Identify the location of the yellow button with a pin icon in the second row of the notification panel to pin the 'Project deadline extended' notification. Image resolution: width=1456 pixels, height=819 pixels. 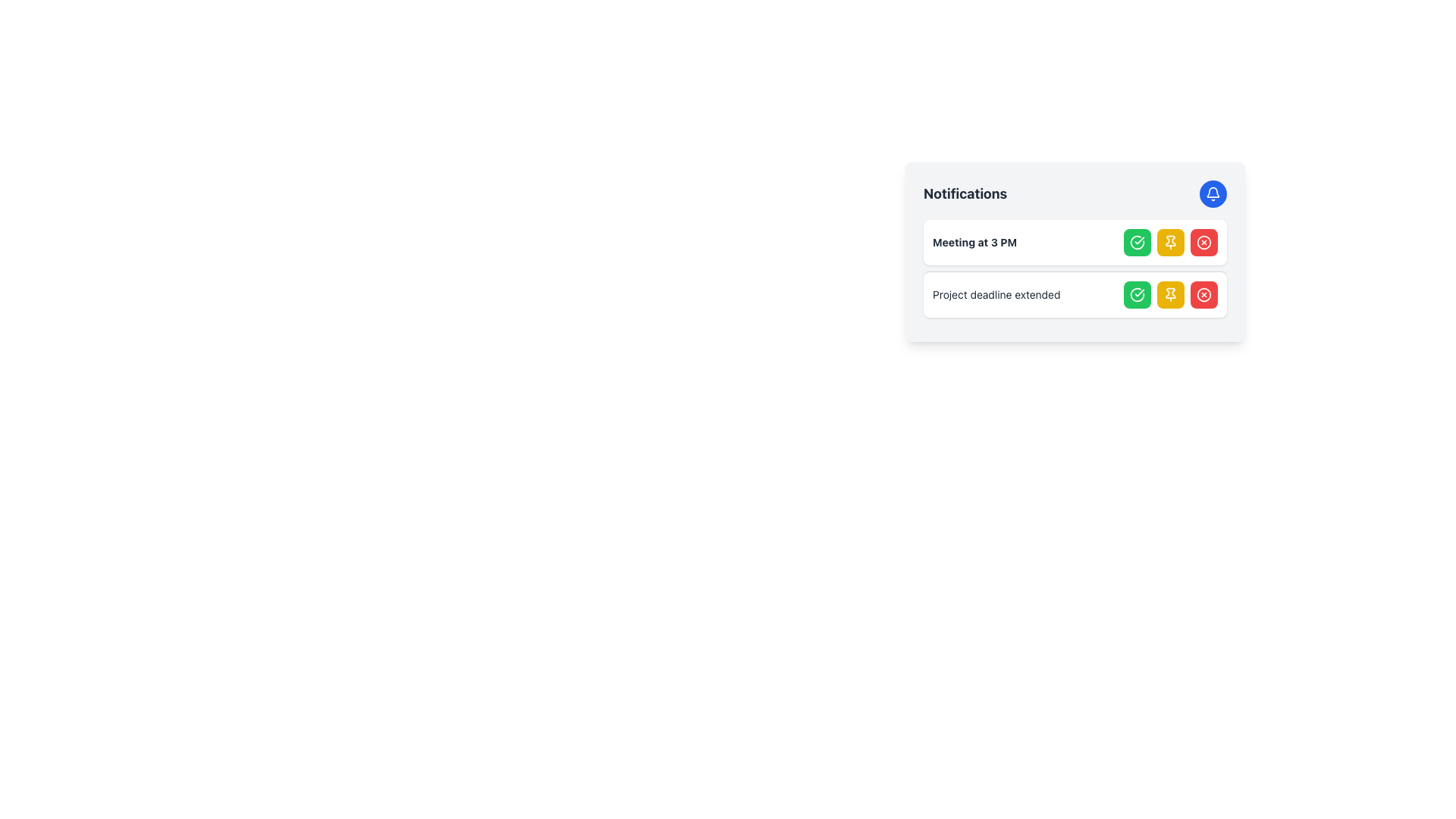
(1170, 295).